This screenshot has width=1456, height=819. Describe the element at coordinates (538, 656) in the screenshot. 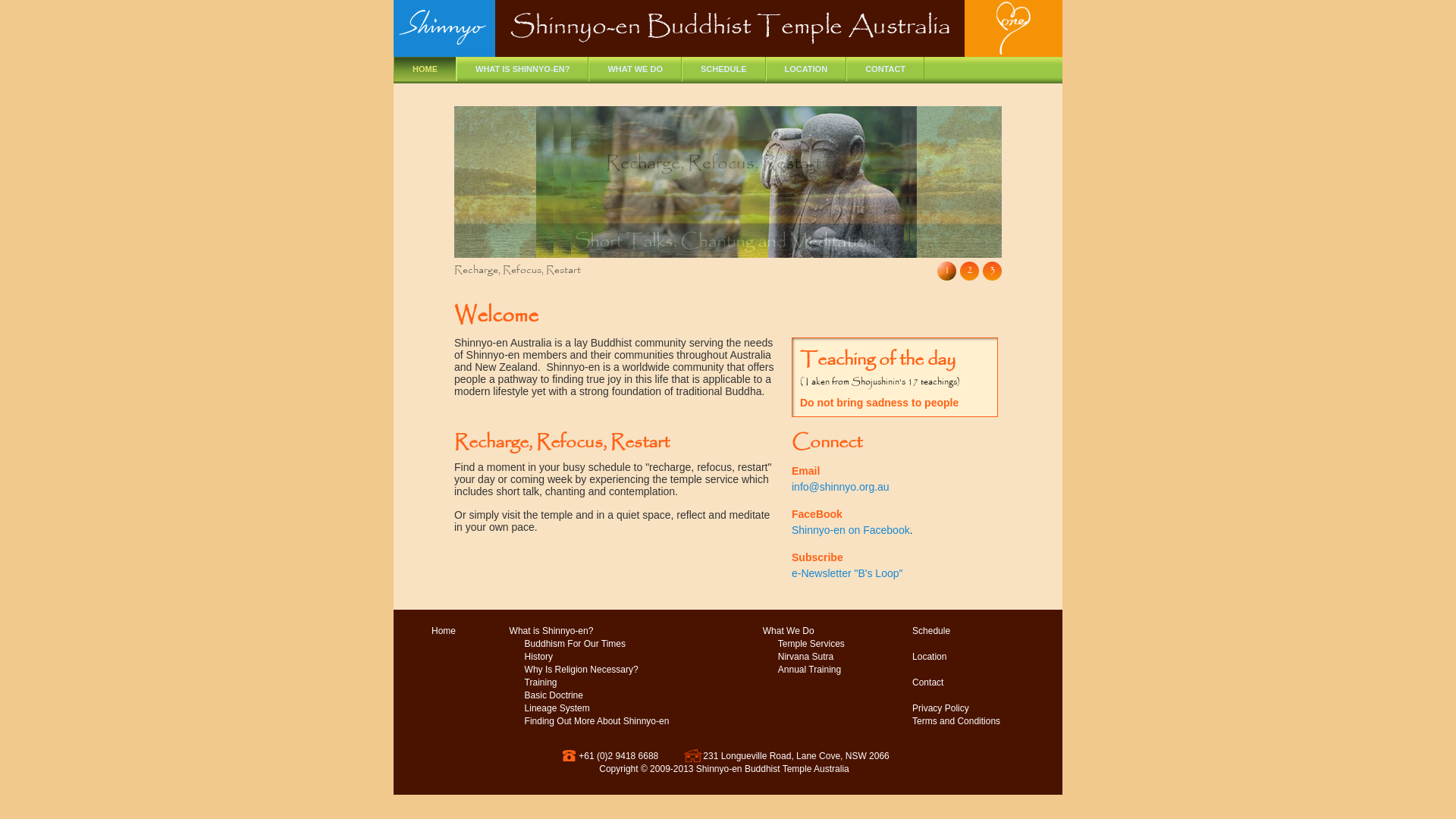

I see `'History'` at that location.